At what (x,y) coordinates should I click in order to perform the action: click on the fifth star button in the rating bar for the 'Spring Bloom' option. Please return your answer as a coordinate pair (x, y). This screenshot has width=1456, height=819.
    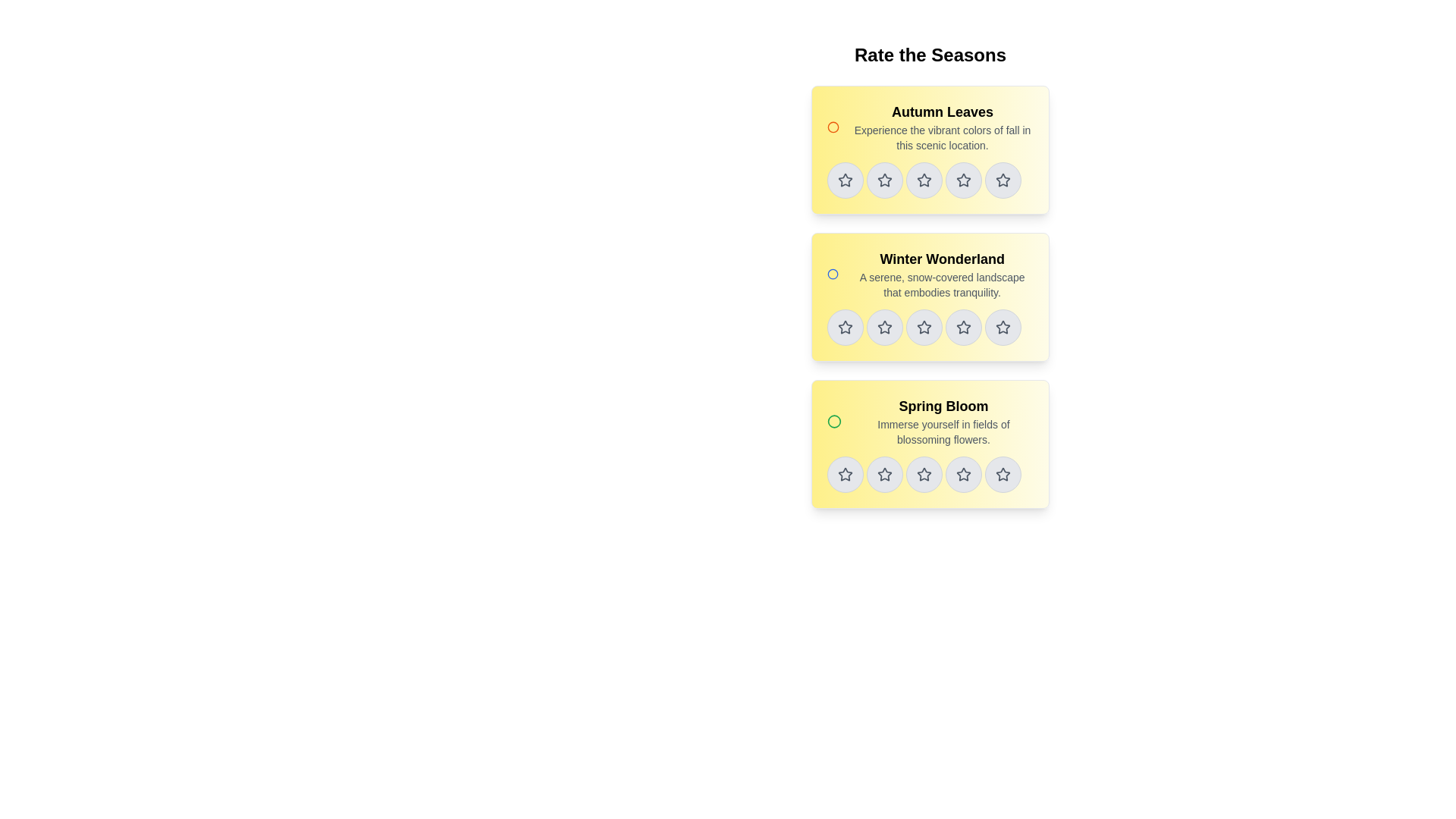
    Looking at the image, I should click on (1003, 473).